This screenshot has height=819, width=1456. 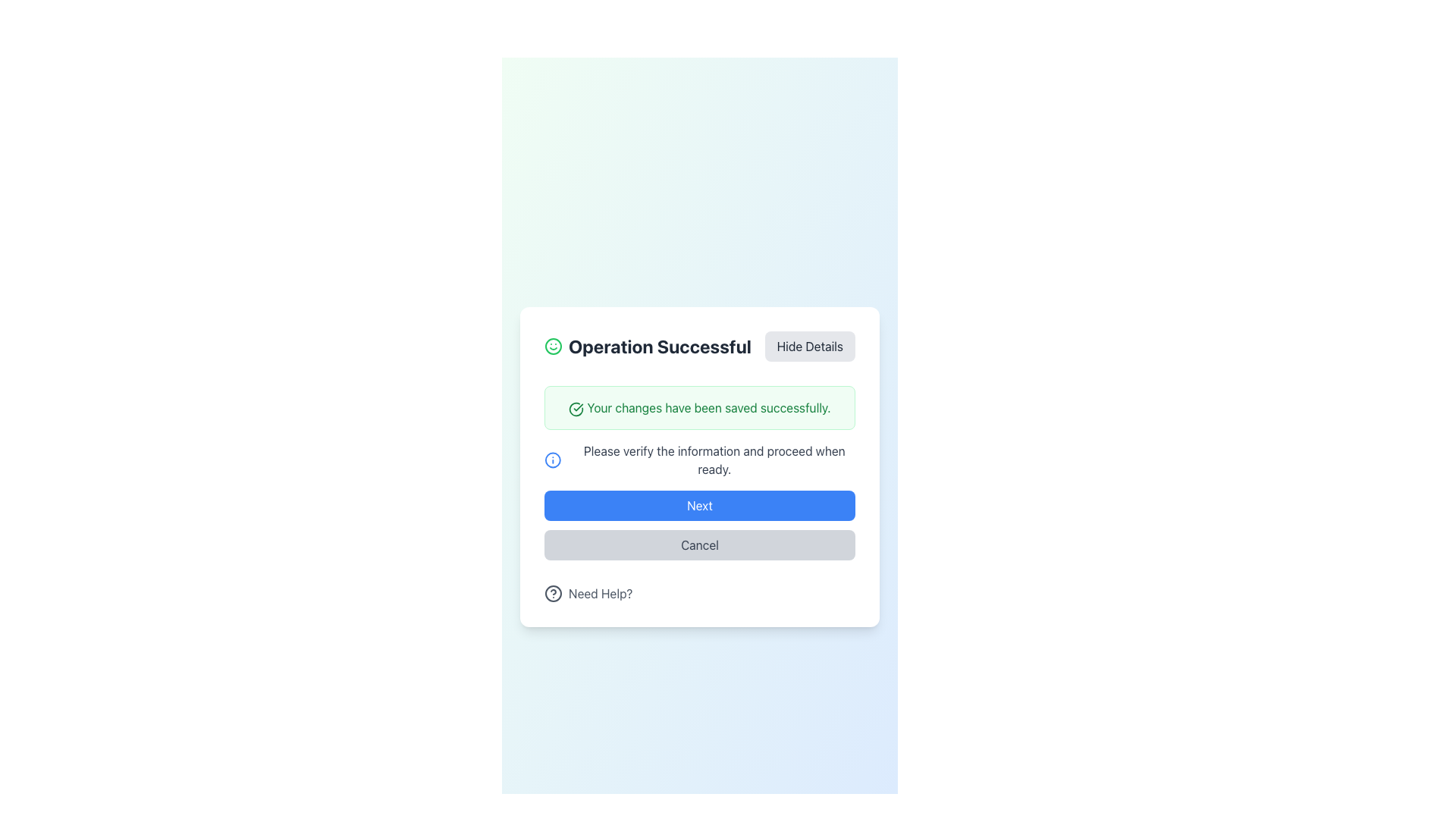 I want to click on the help text label located at the bottom-center of the modal, which serves as a link for help or support features, so click(x=600, y=593).